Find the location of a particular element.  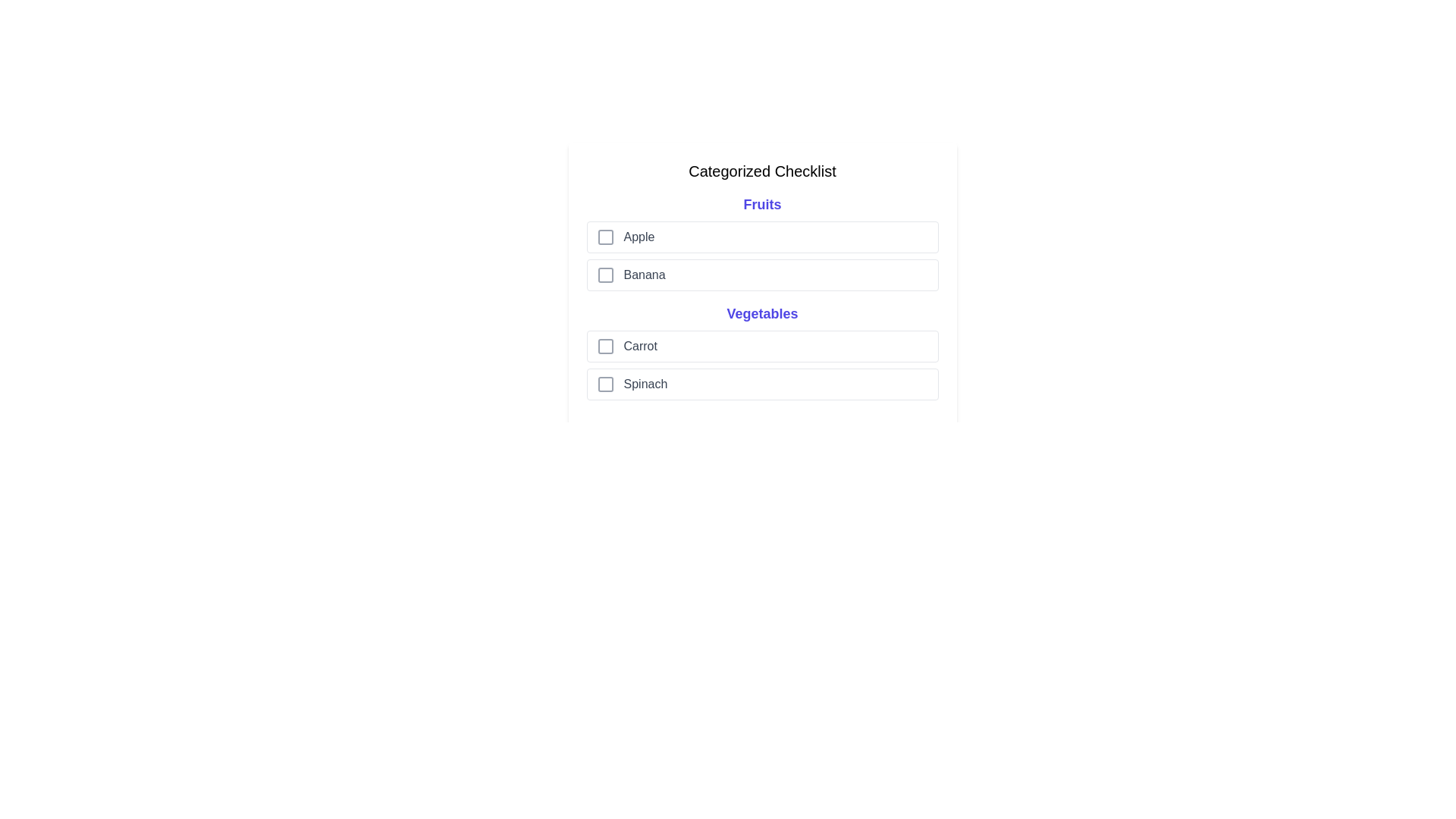

the text label that reads 'Carrot', styled with a medium font weight and gray color, located within the vegetable checklist to the right of the checkbox icon is located at coordinates (640, 346).